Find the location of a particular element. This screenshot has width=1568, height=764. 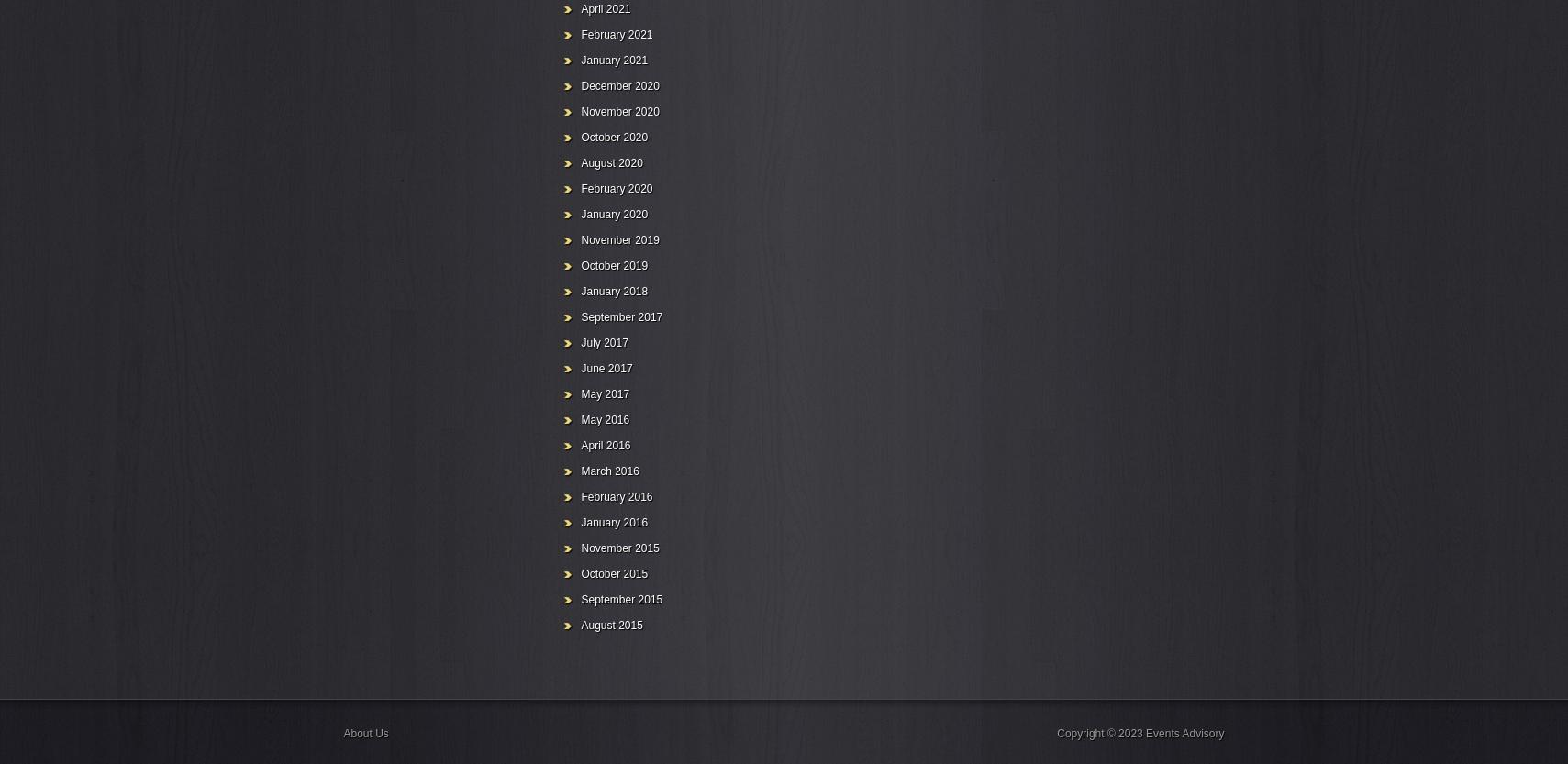

'November 2020' is located at coordinates (580, 112).